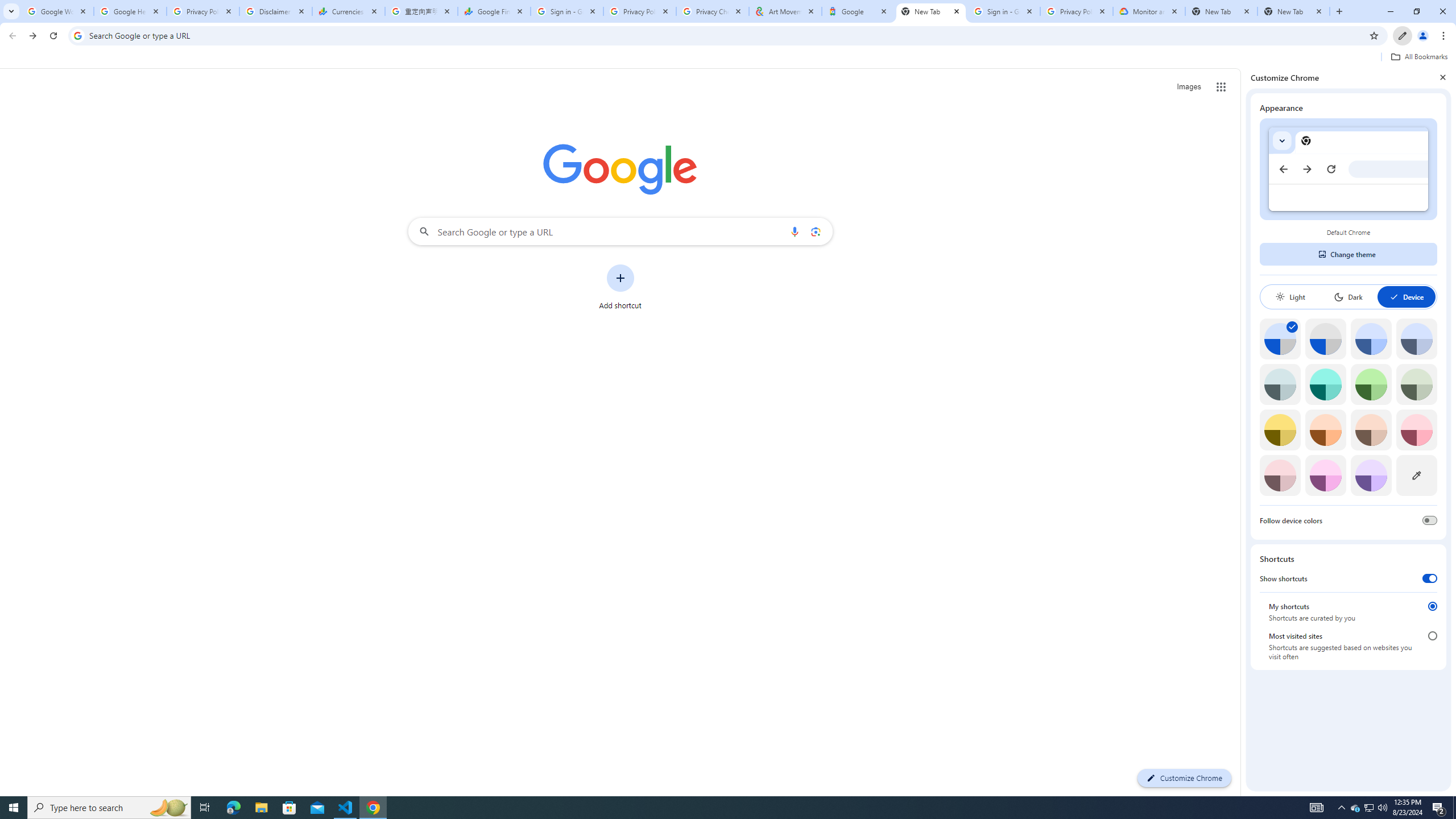 This screenshot has height=819, width=1456. Describe the element at coordinates (712, 11) in the screenshot. I see `'Privacy Checkup'` at that location.